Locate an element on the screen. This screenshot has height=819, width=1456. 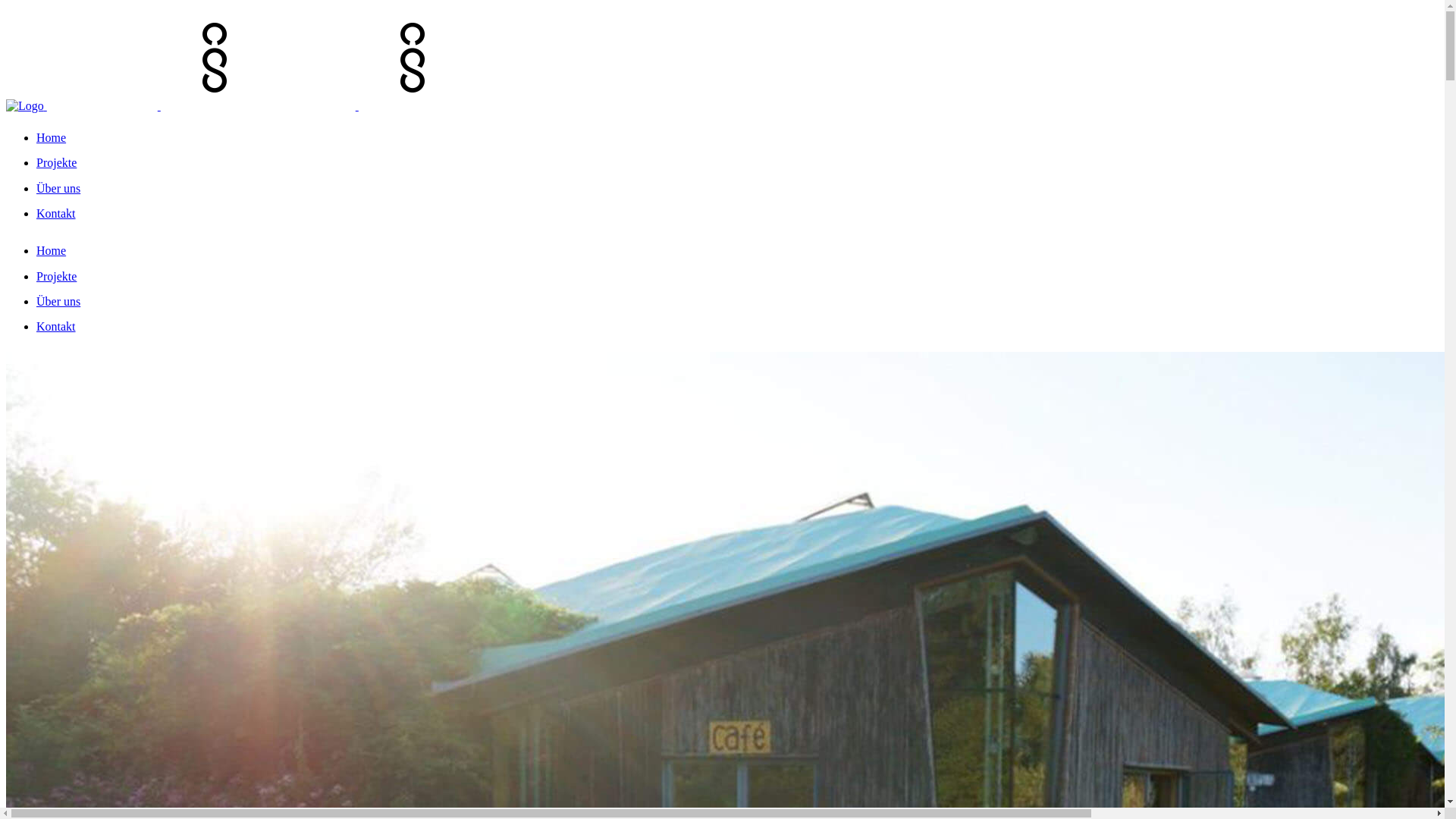
'Projekte' is located at coordinates (56, 162).